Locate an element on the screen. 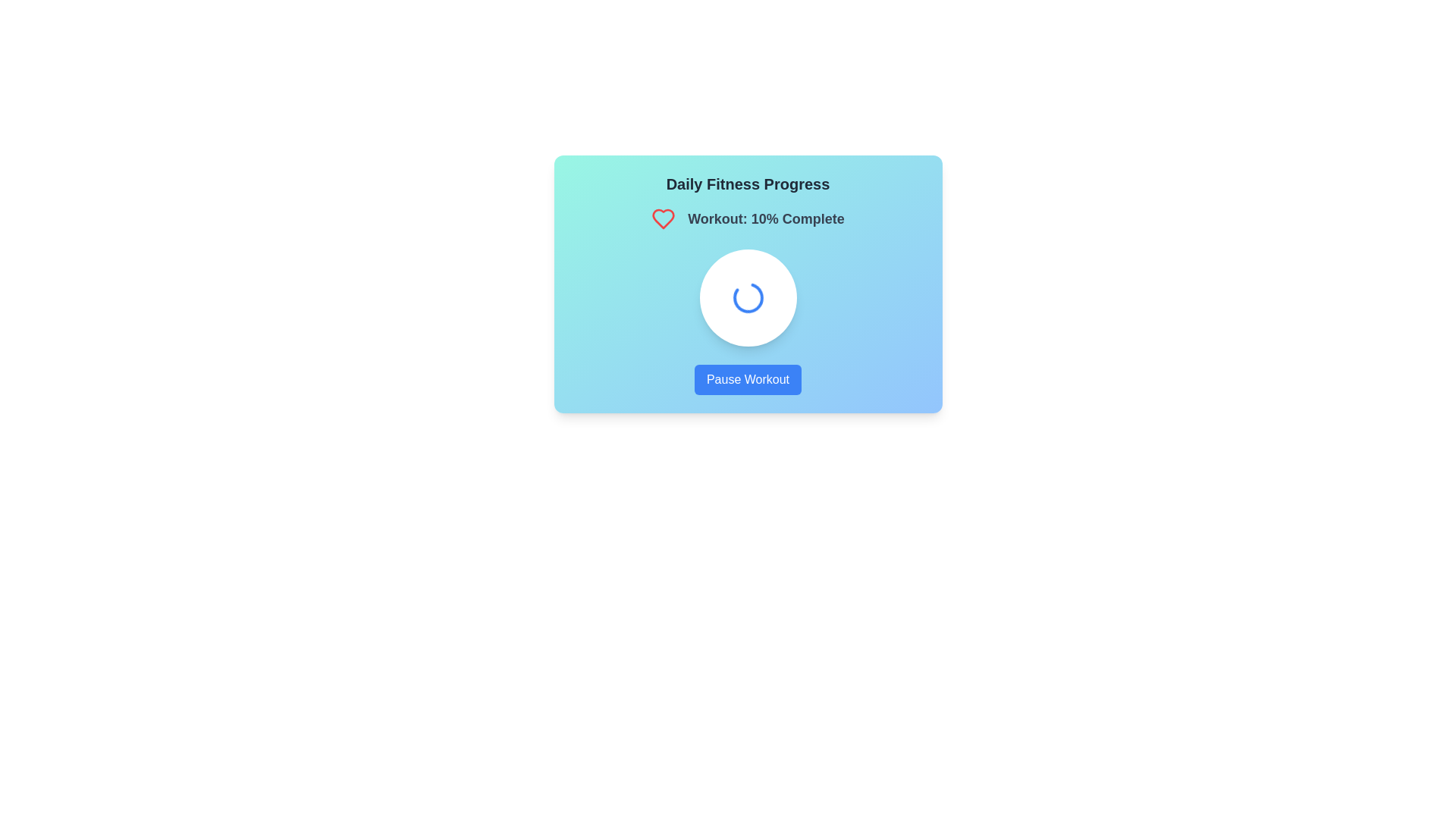 The height and width of the screenshot is (819, 1456). the fitness progress icon located to the left of the text 'Workout: 10% Complete', which is centrally positioned within the card's top section is located at coordinates (667, 219).